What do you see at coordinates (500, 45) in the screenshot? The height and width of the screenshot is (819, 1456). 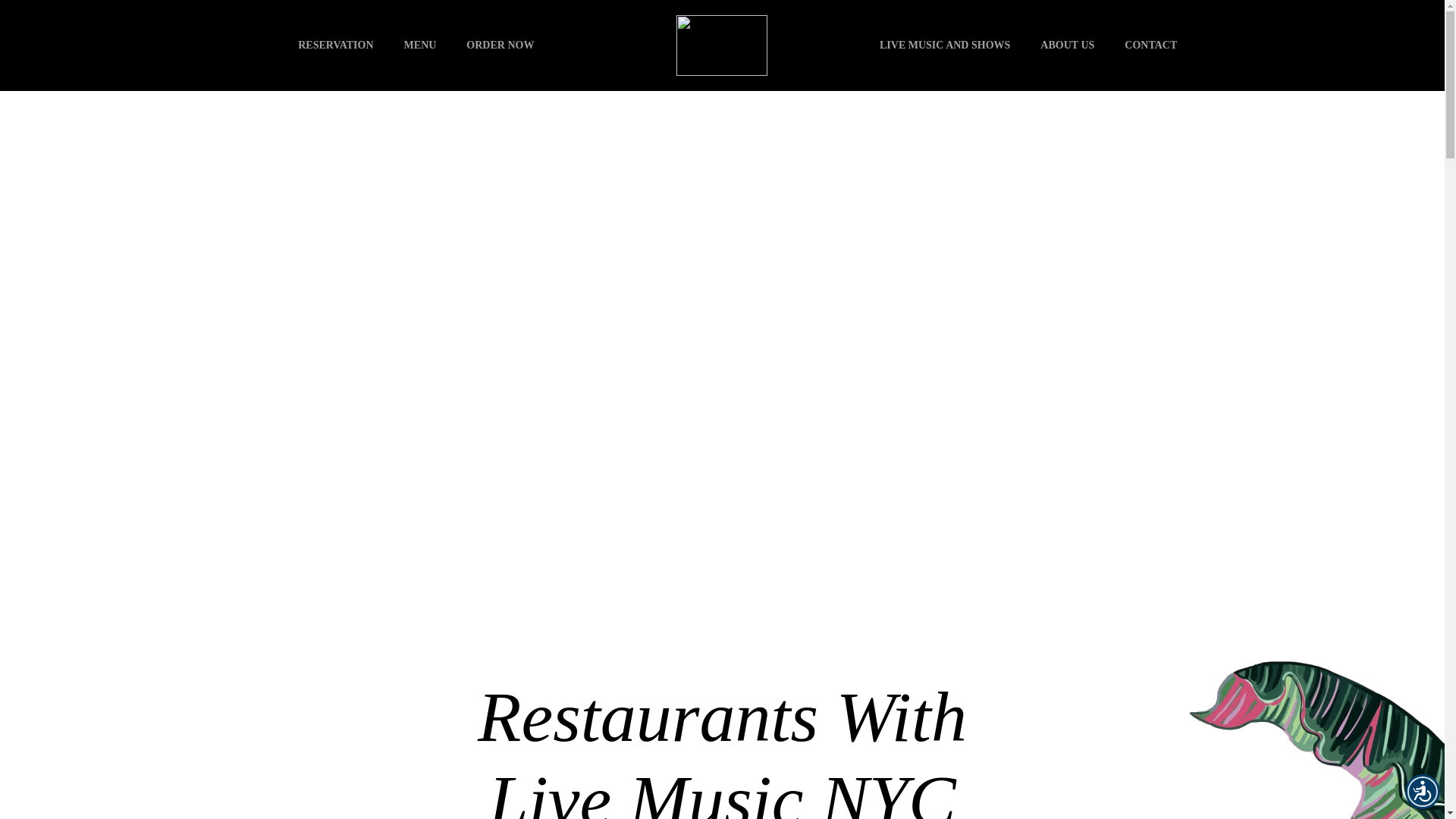 I see `'ORDER NOW'` at bounding box center [500, 45].